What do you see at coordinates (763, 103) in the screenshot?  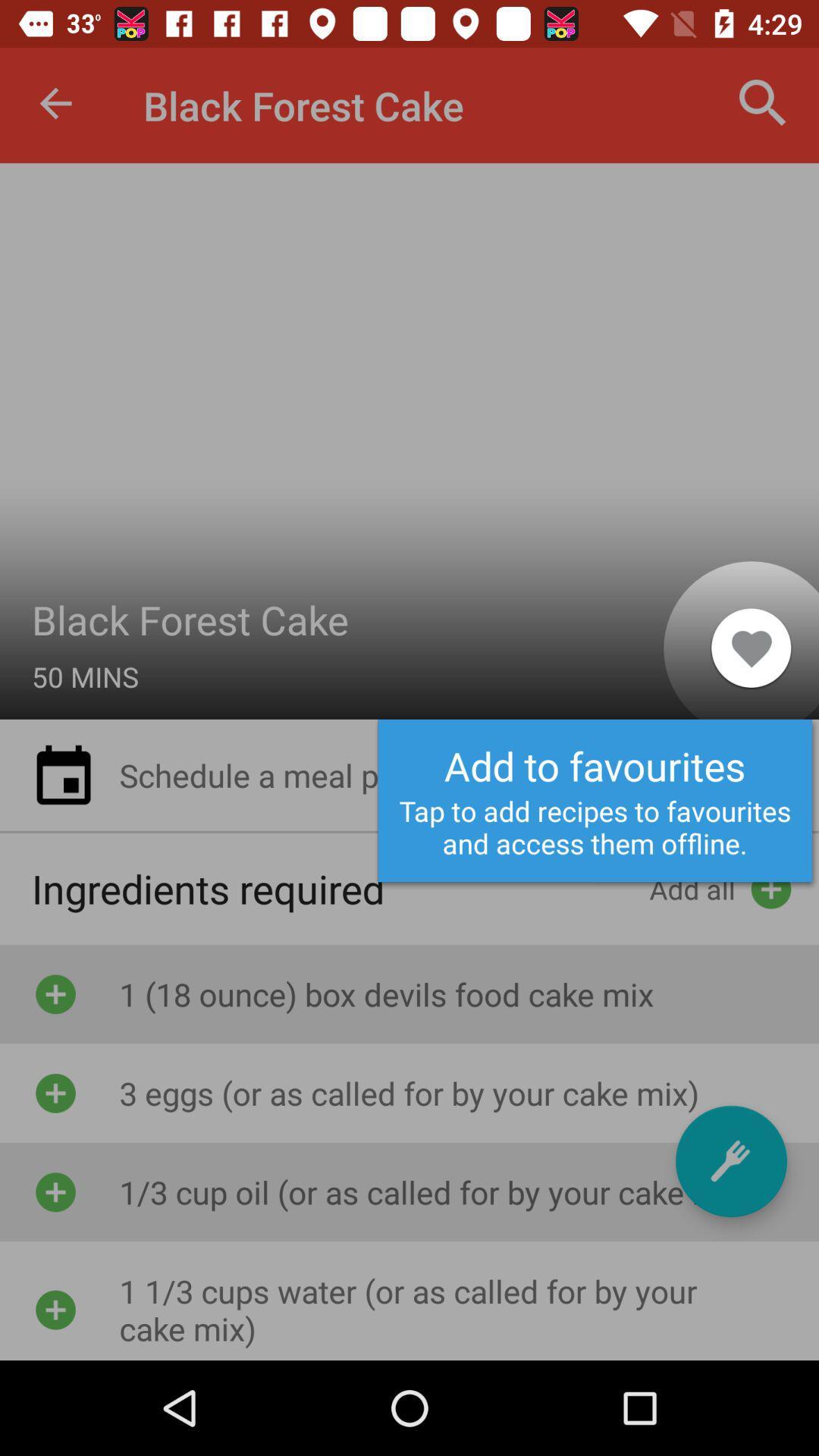 I see `the search icon` at bounding box center [763, 103].